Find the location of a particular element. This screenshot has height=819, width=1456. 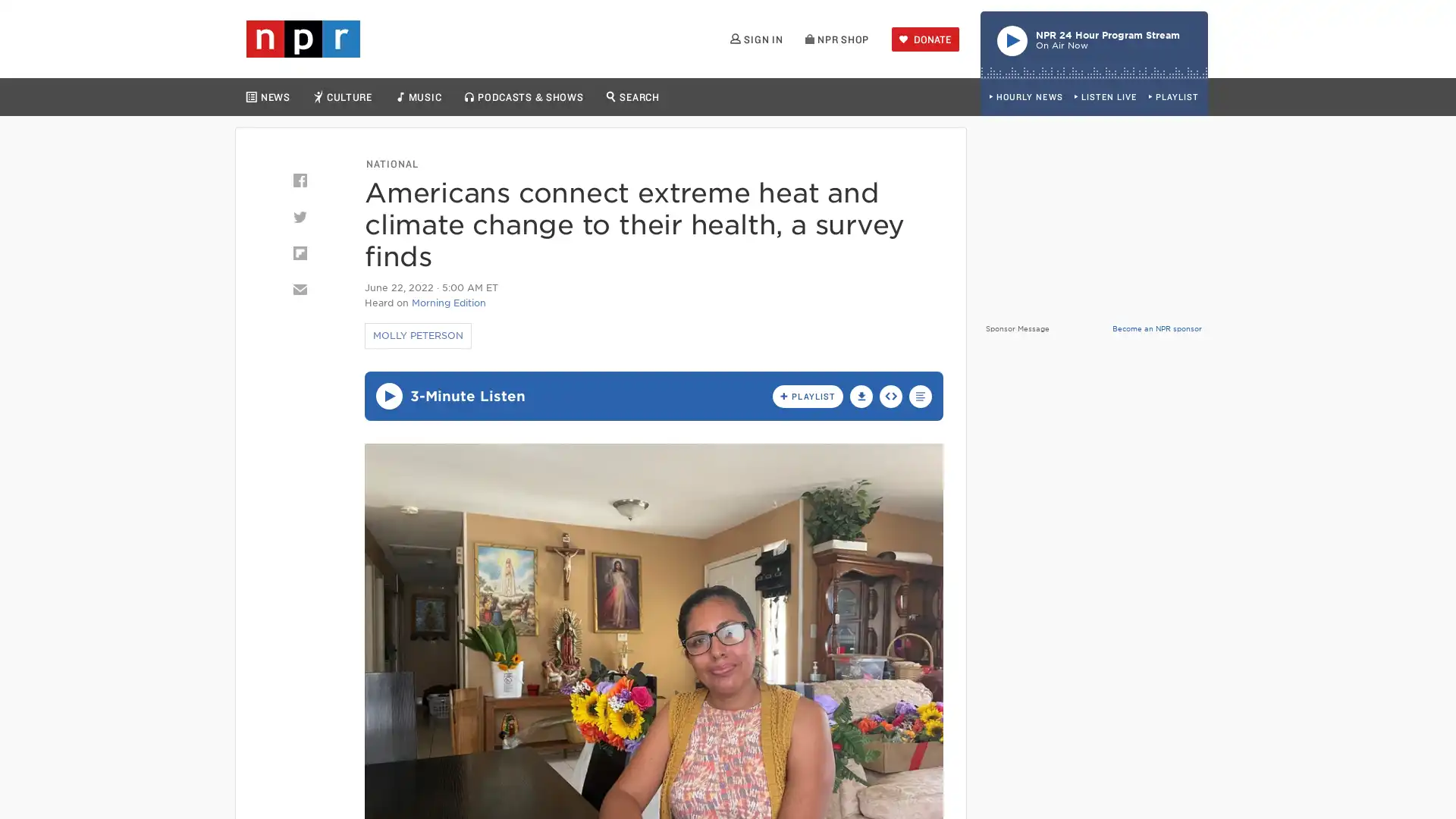

Add to PLAYLIST is located at coordinates (807, 394).